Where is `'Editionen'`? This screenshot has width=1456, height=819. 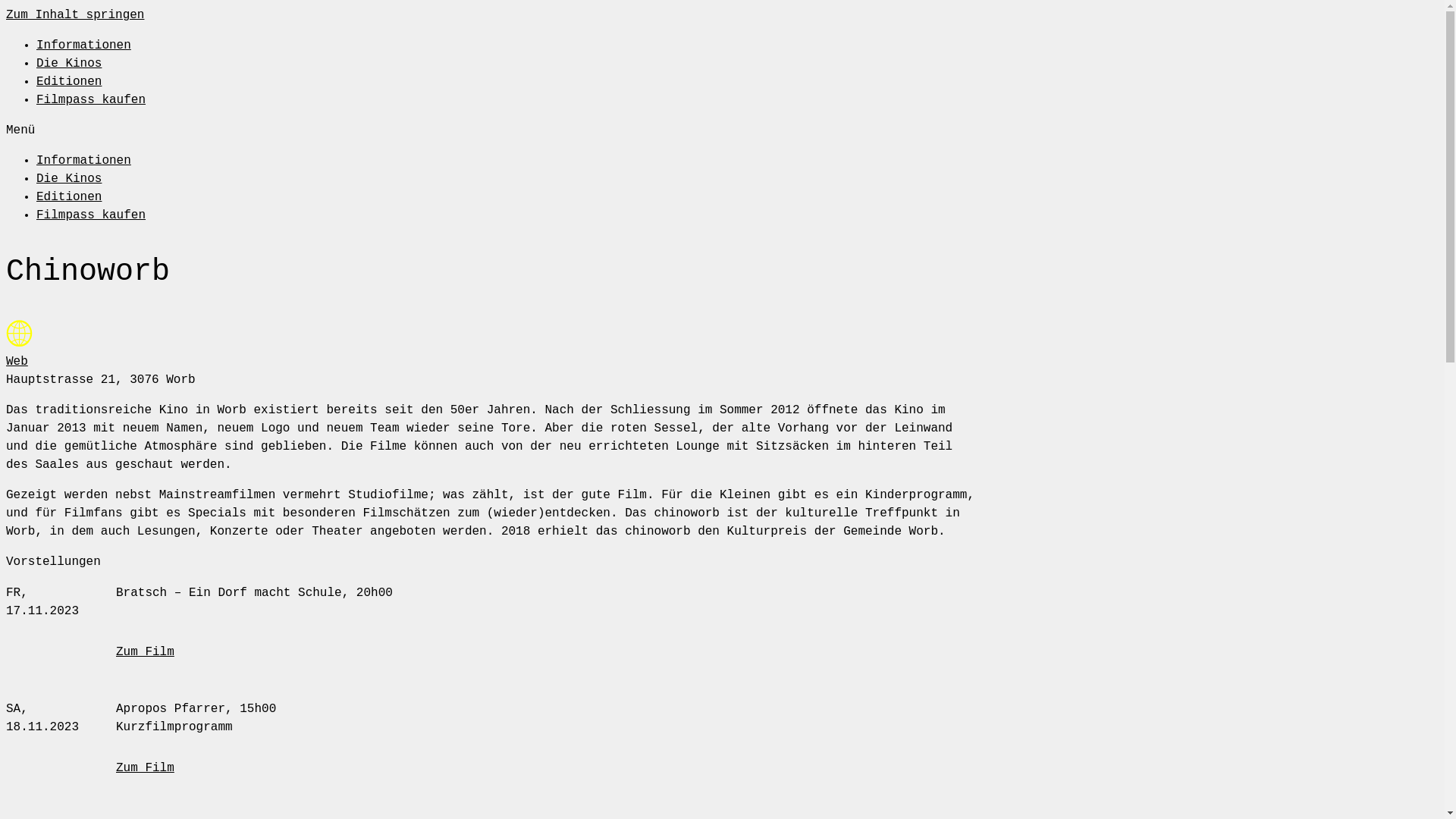
'Editionen' is located at coordinates (68, 82).